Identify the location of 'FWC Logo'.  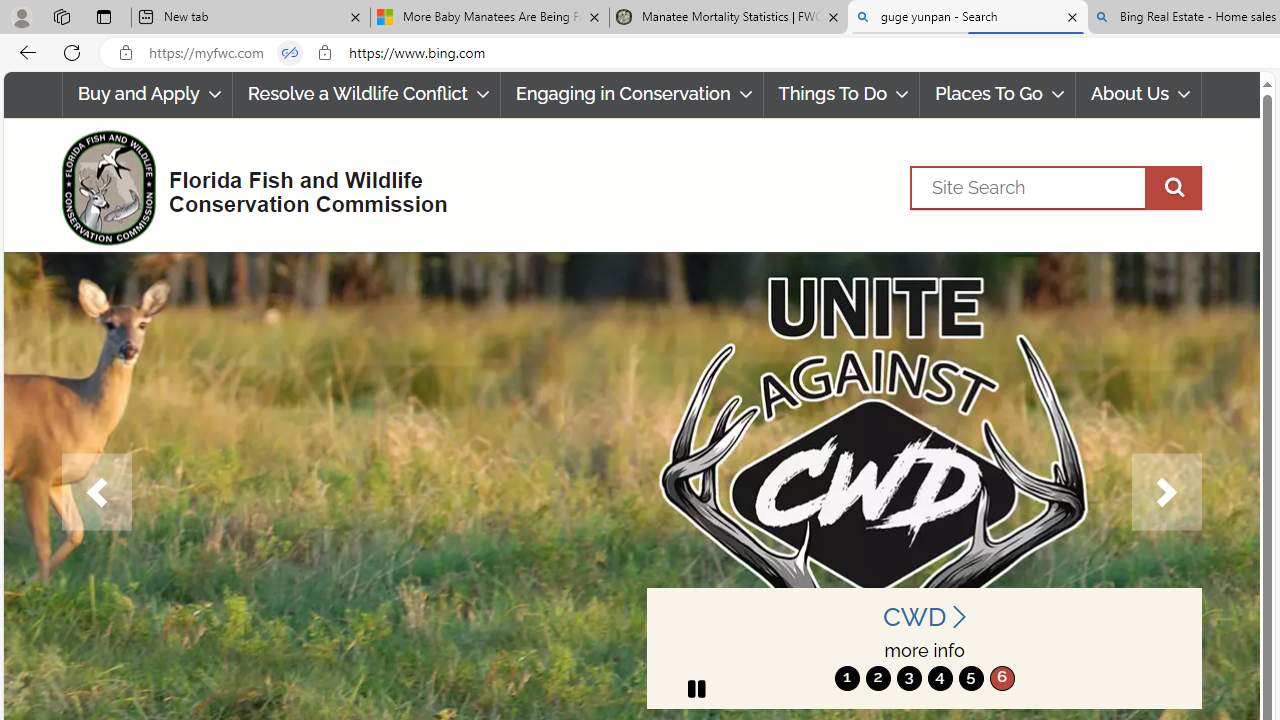
(107, 187).